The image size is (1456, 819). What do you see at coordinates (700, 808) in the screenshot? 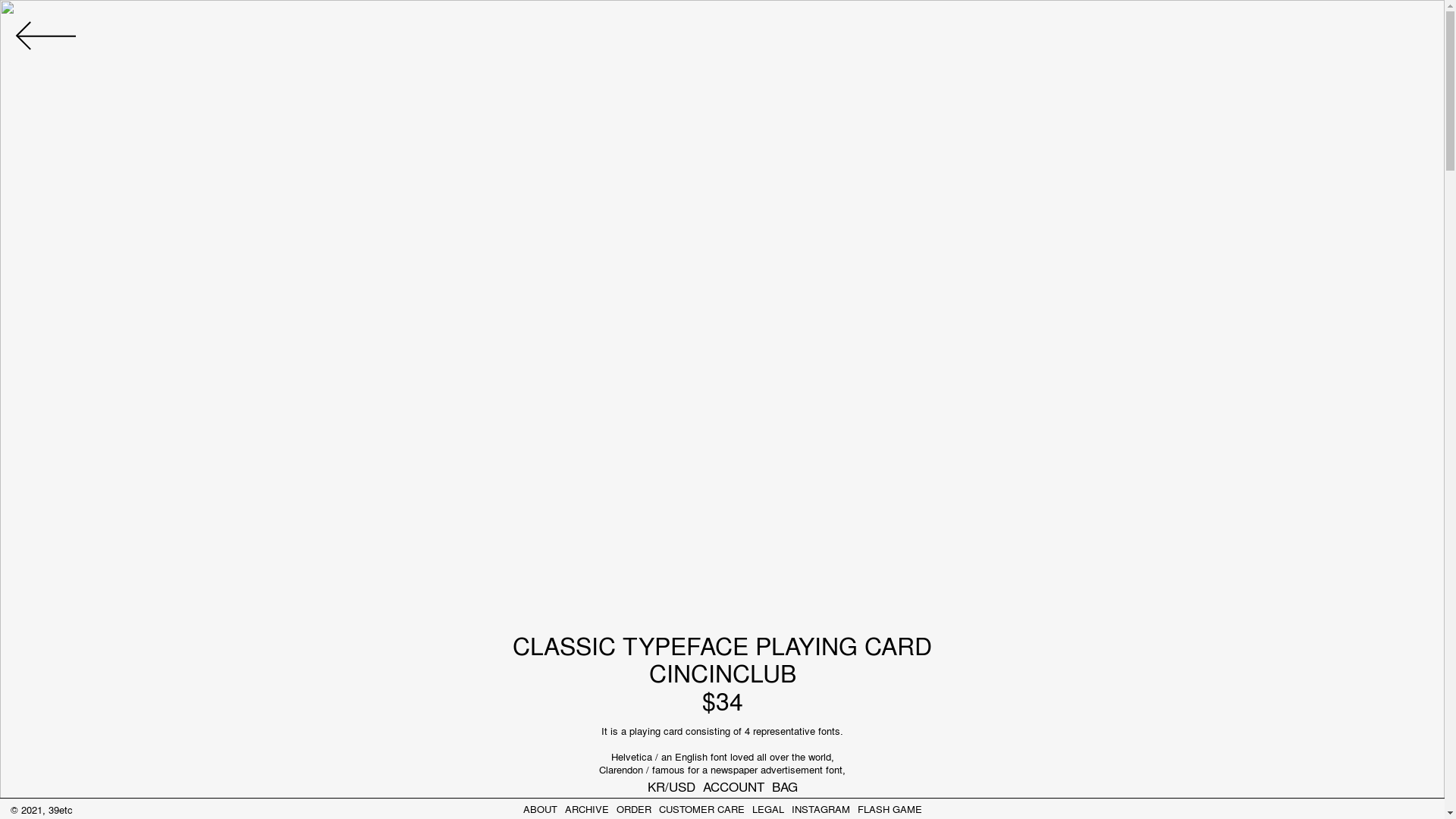
I see `'CUSTOMER CARE'` at bounding box center [700, 808].